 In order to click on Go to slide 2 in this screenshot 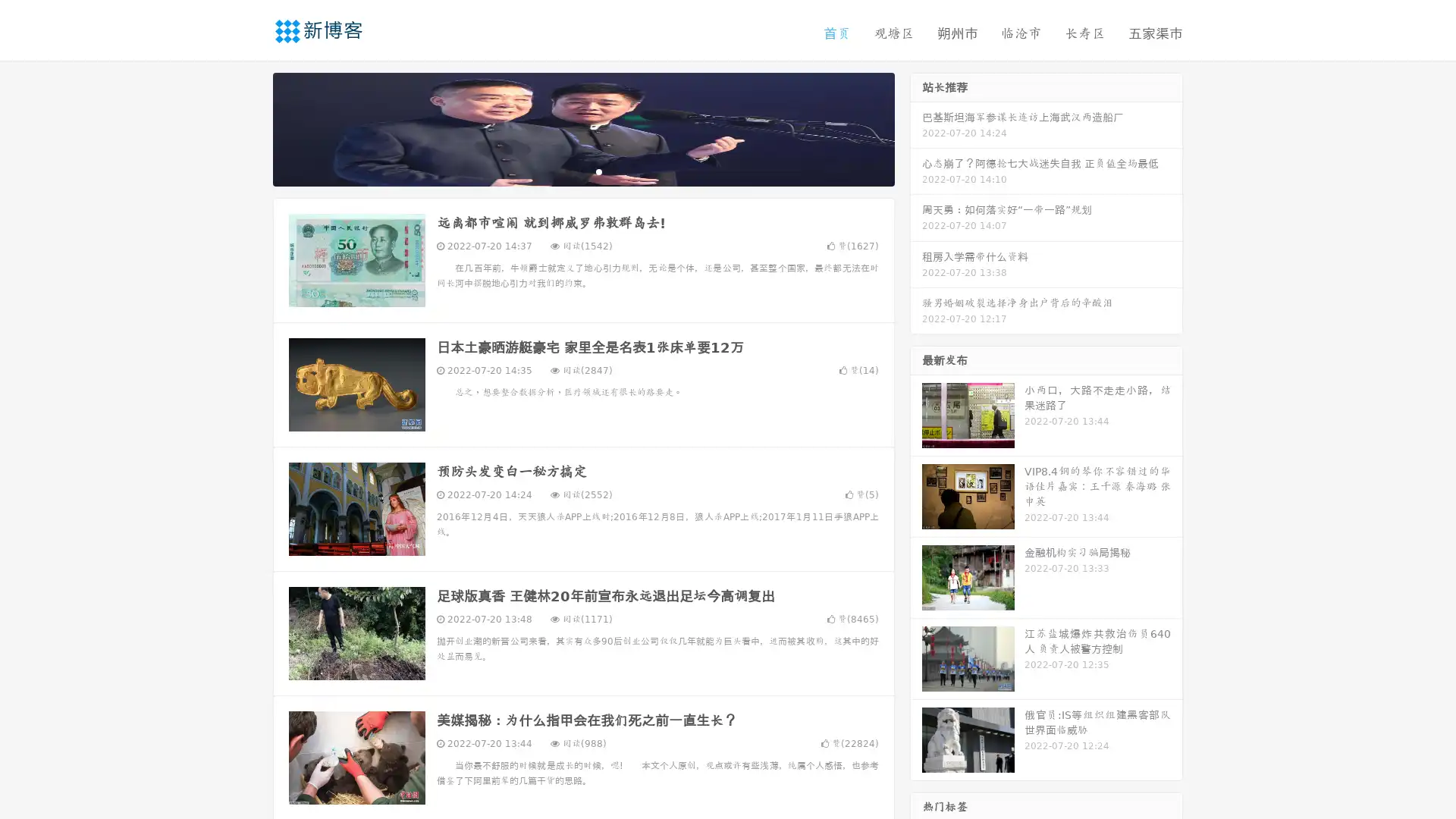, I will do `click(582, 171)`.